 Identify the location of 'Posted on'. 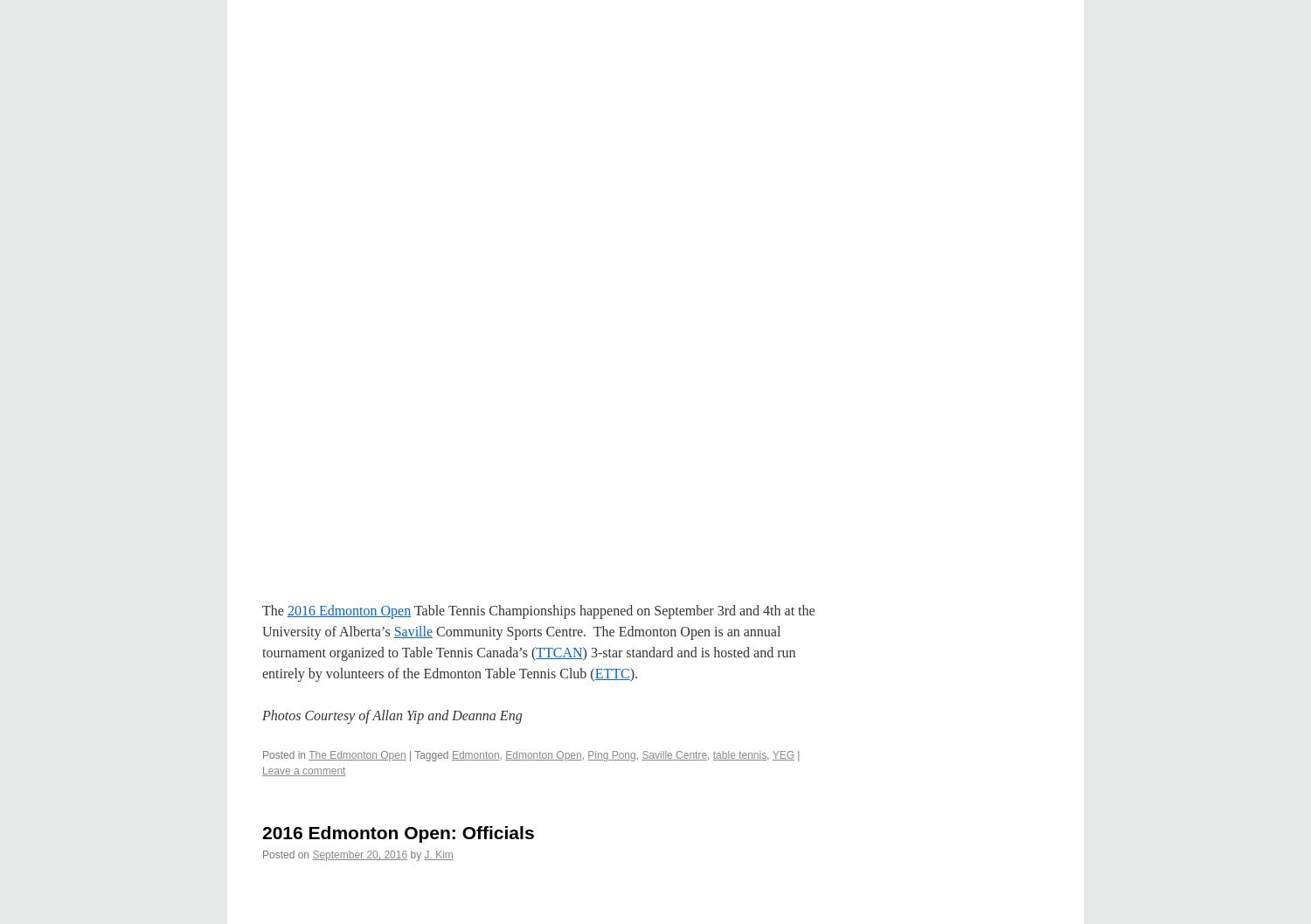
(285, 855).